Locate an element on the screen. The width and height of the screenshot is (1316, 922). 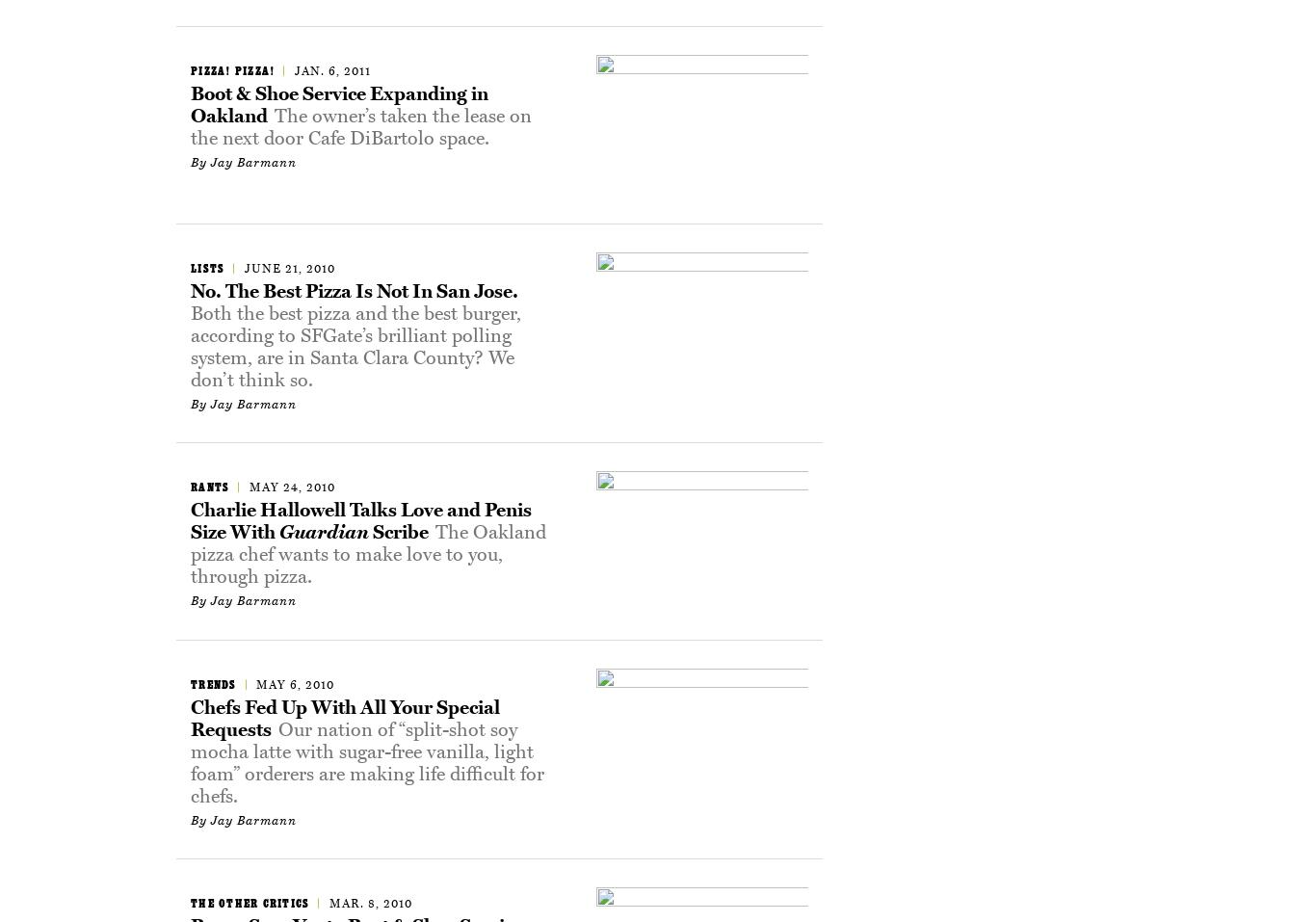
'Scribe' is located at coordinates (368, 531).